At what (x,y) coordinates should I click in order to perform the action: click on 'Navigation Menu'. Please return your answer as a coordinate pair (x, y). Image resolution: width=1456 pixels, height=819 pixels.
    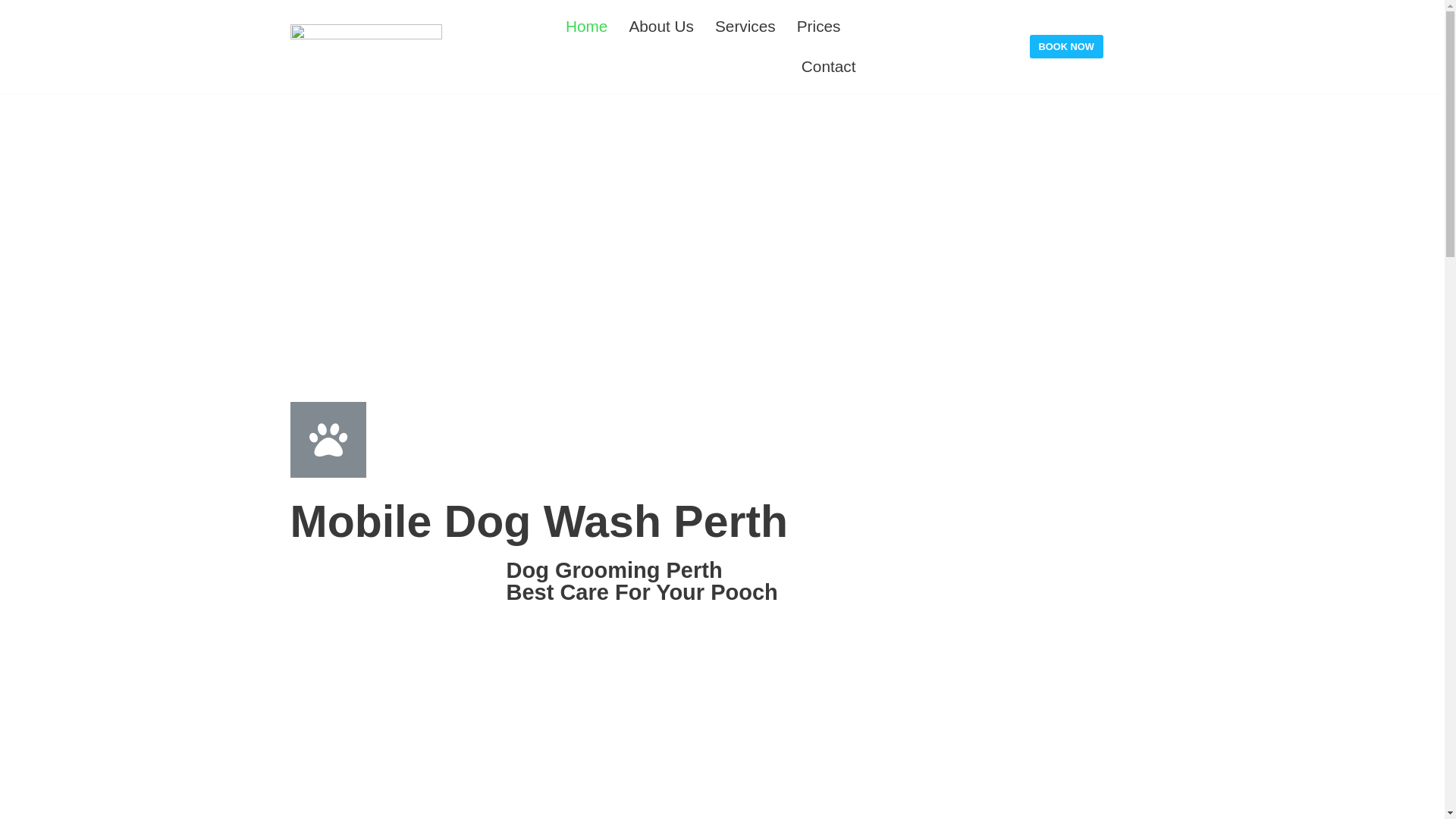
    Looking at the image, I should click on (1418, 18).